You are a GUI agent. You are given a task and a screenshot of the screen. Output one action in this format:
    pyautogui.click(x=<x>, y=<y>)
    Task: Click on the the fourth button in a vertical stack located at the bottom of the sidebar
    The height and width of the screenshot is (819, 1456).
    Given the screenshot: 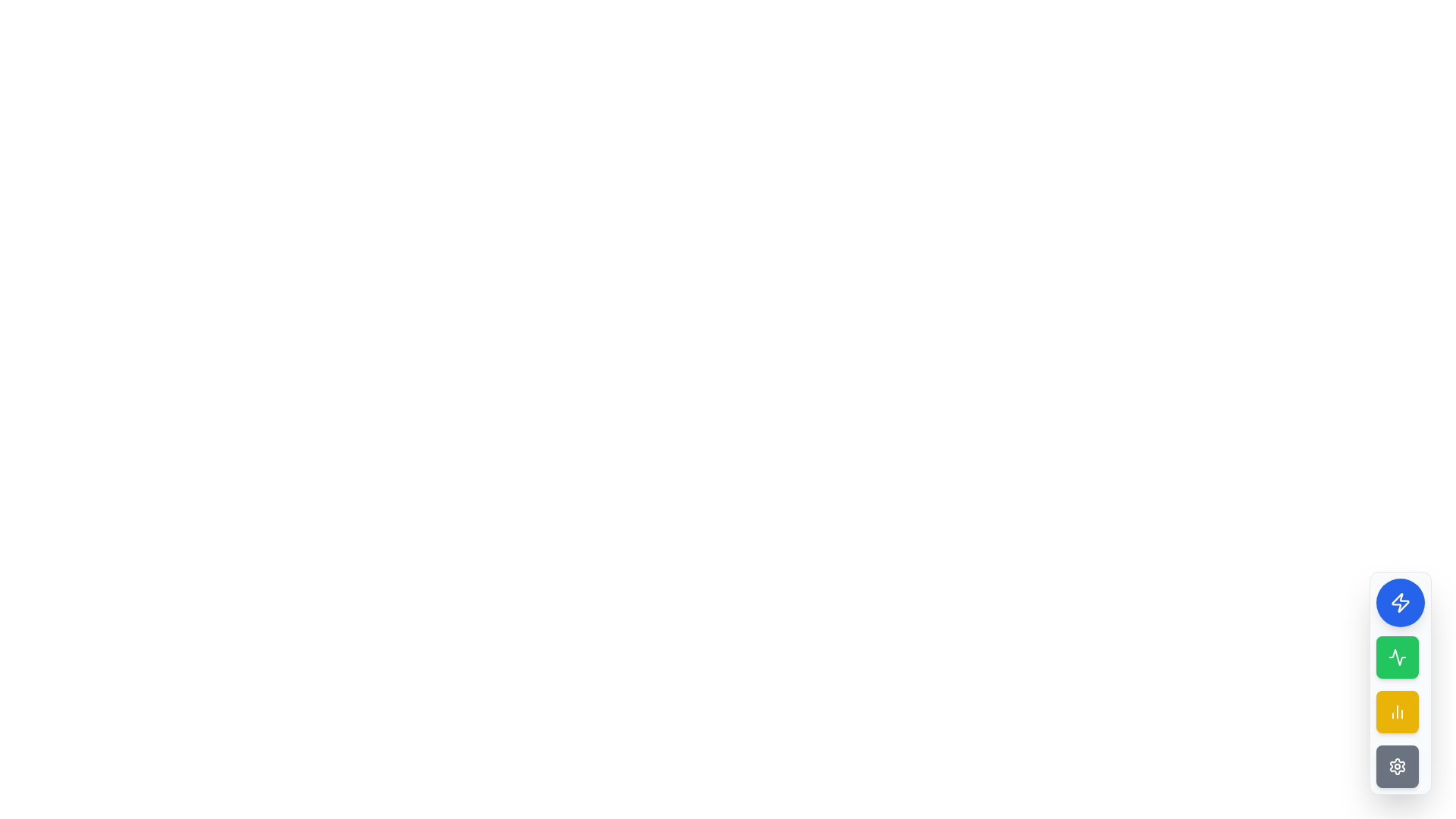 What is the action you would take?
    pyautogui.click(x=1397, y=766)
    